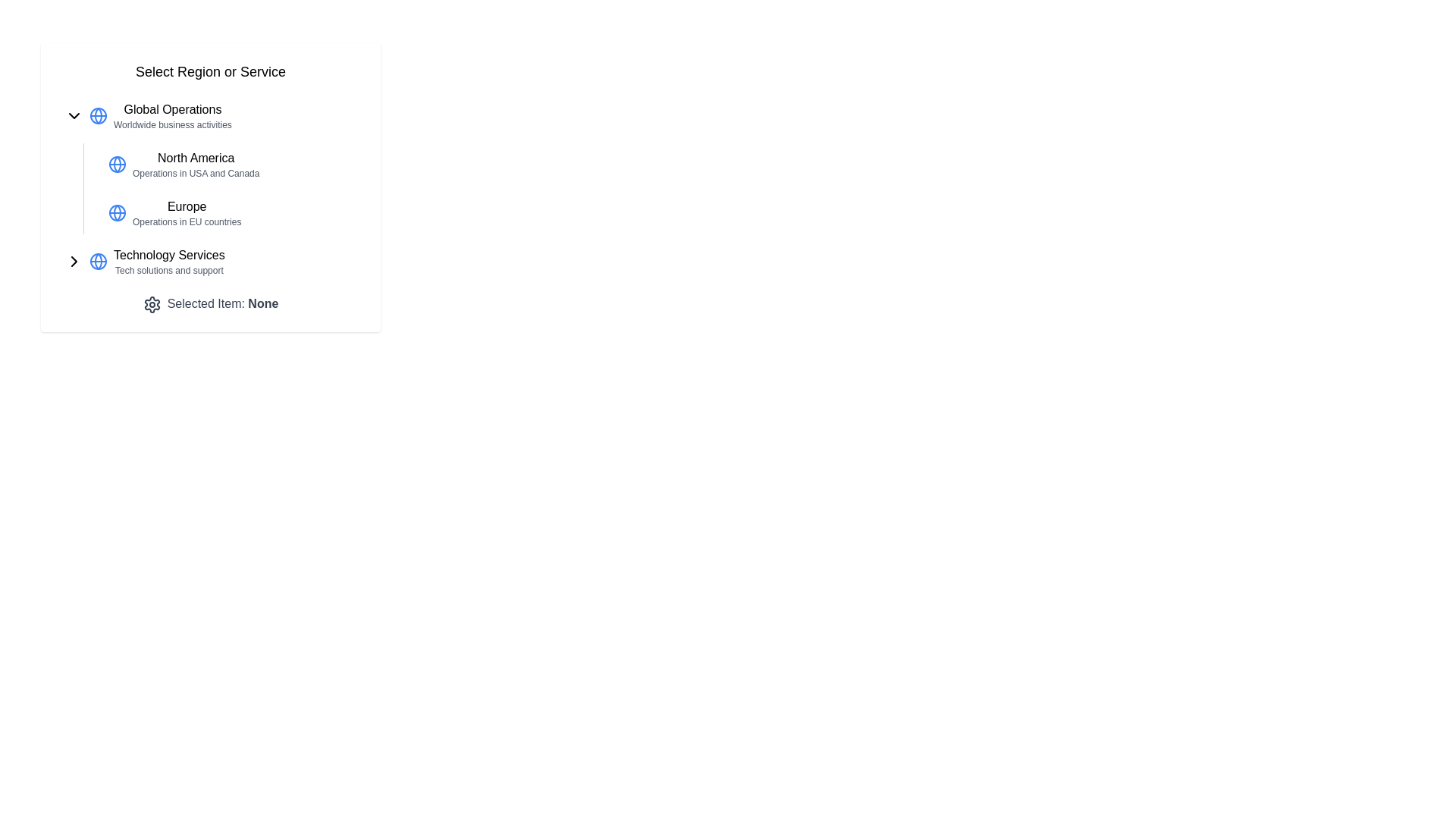 This screenshot has width=1456, height=819. I want to click on the Text Label representing a selectable category under the 'Global Operations' section in the side menu, positioned above the description 'Tech solutions and support', so click(169, 254).